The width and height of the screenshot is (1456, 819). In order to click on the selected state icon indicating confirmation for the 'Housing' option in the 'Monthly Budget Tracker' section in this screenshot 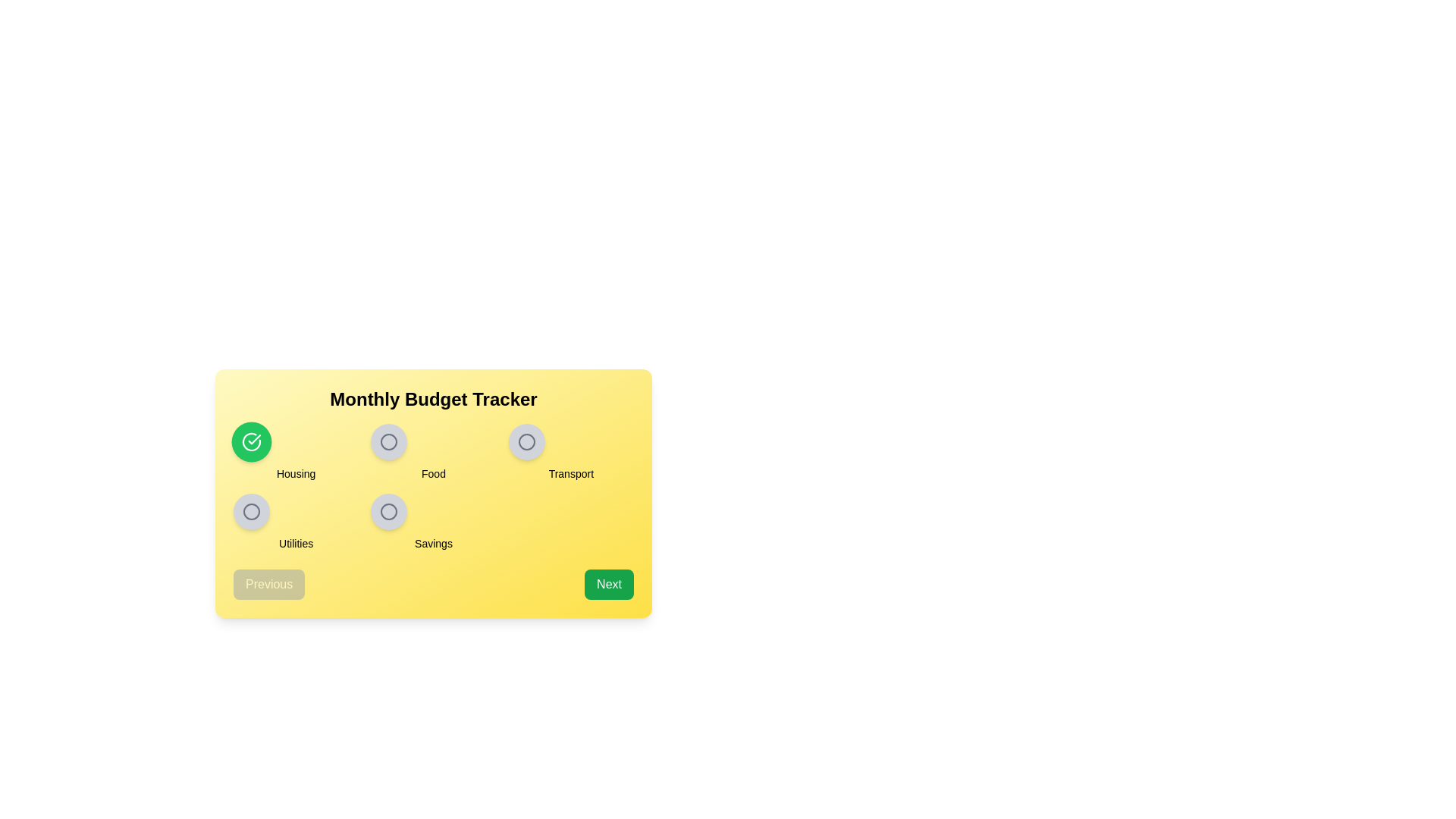, I will do `click(251, 441)`.